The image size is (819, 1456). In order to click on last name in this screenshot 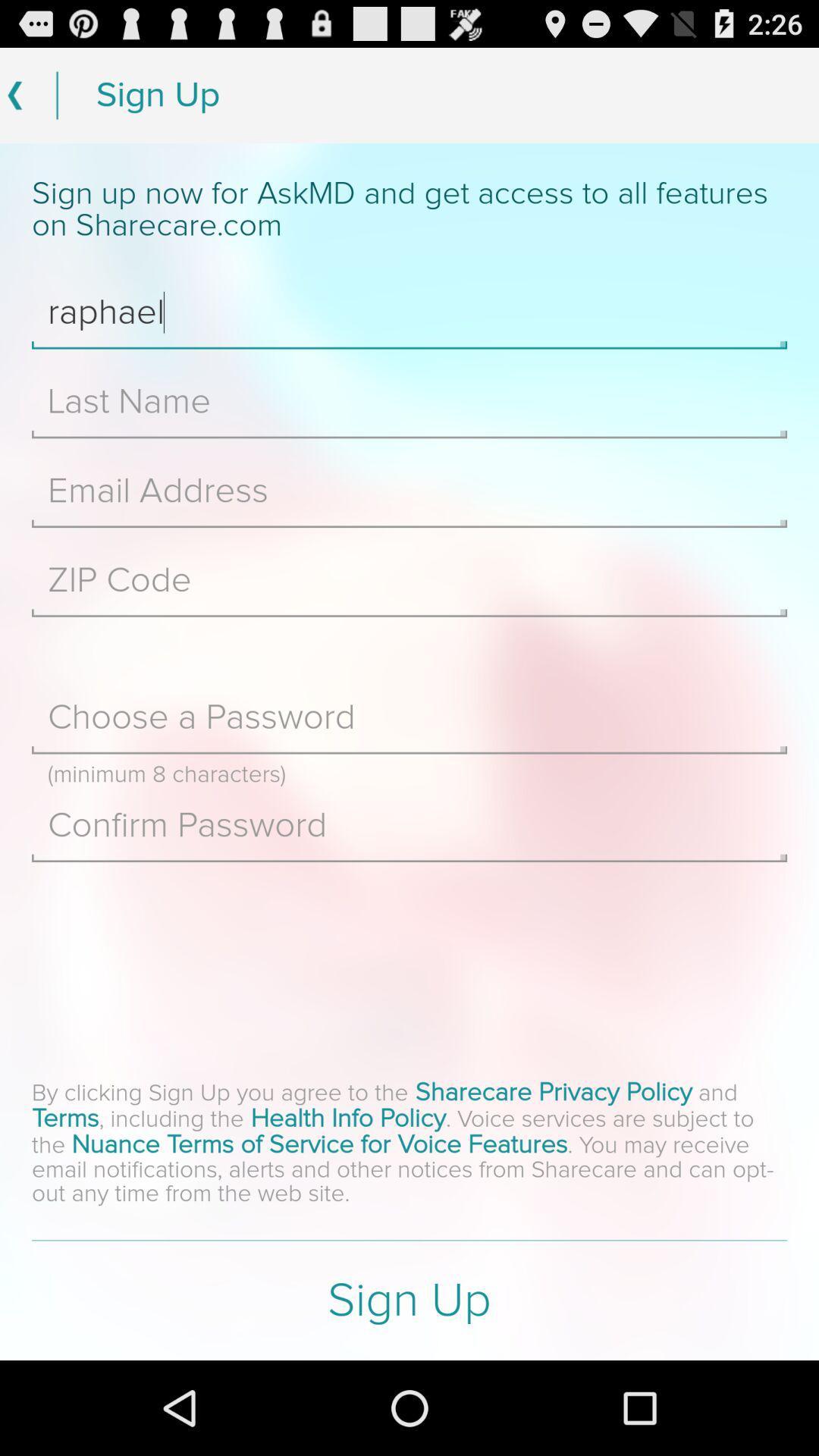, I will do `click(409, 401)`.